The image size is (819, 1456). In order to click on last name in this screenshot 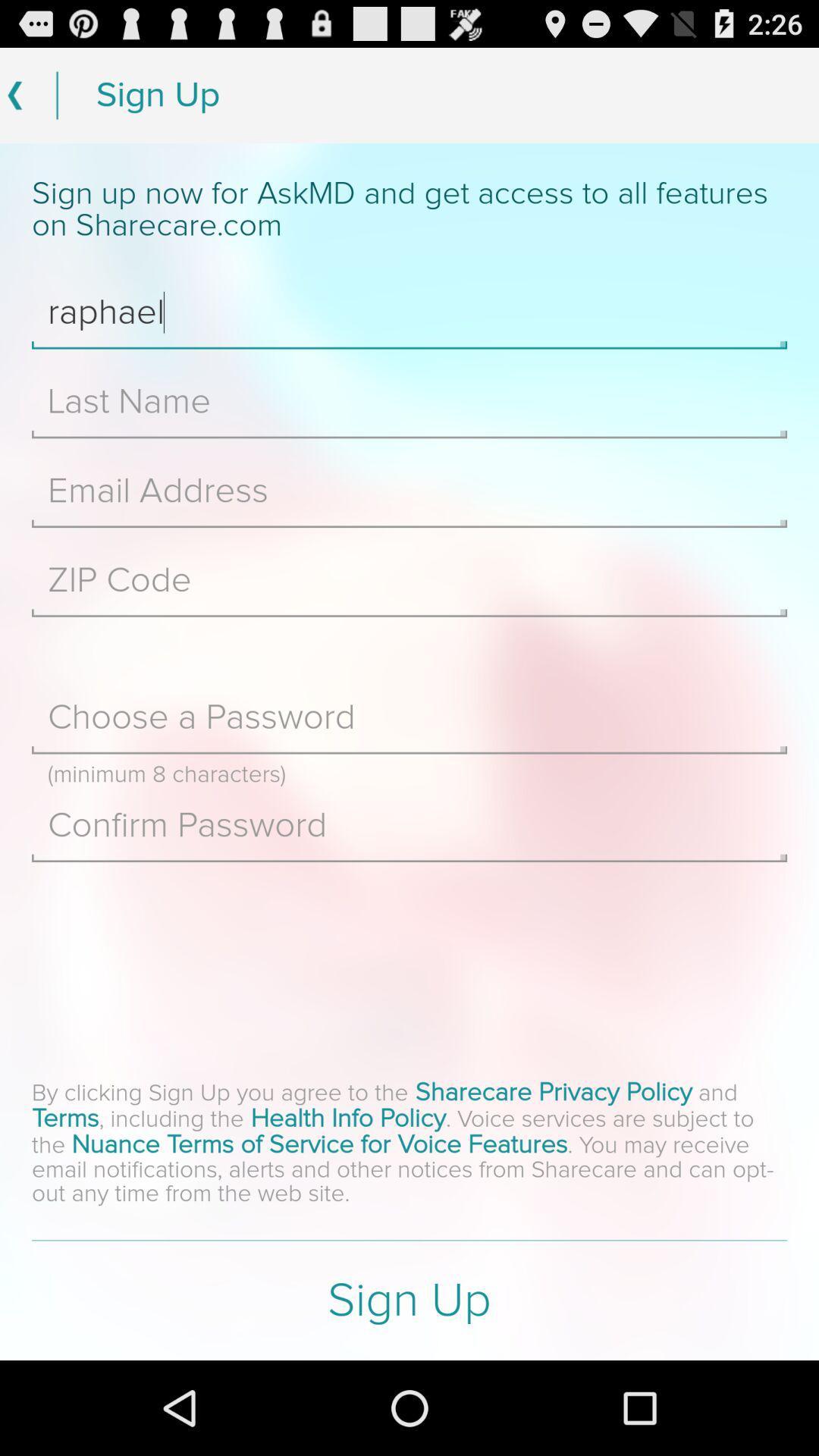, I will do `click(409, 401)`.